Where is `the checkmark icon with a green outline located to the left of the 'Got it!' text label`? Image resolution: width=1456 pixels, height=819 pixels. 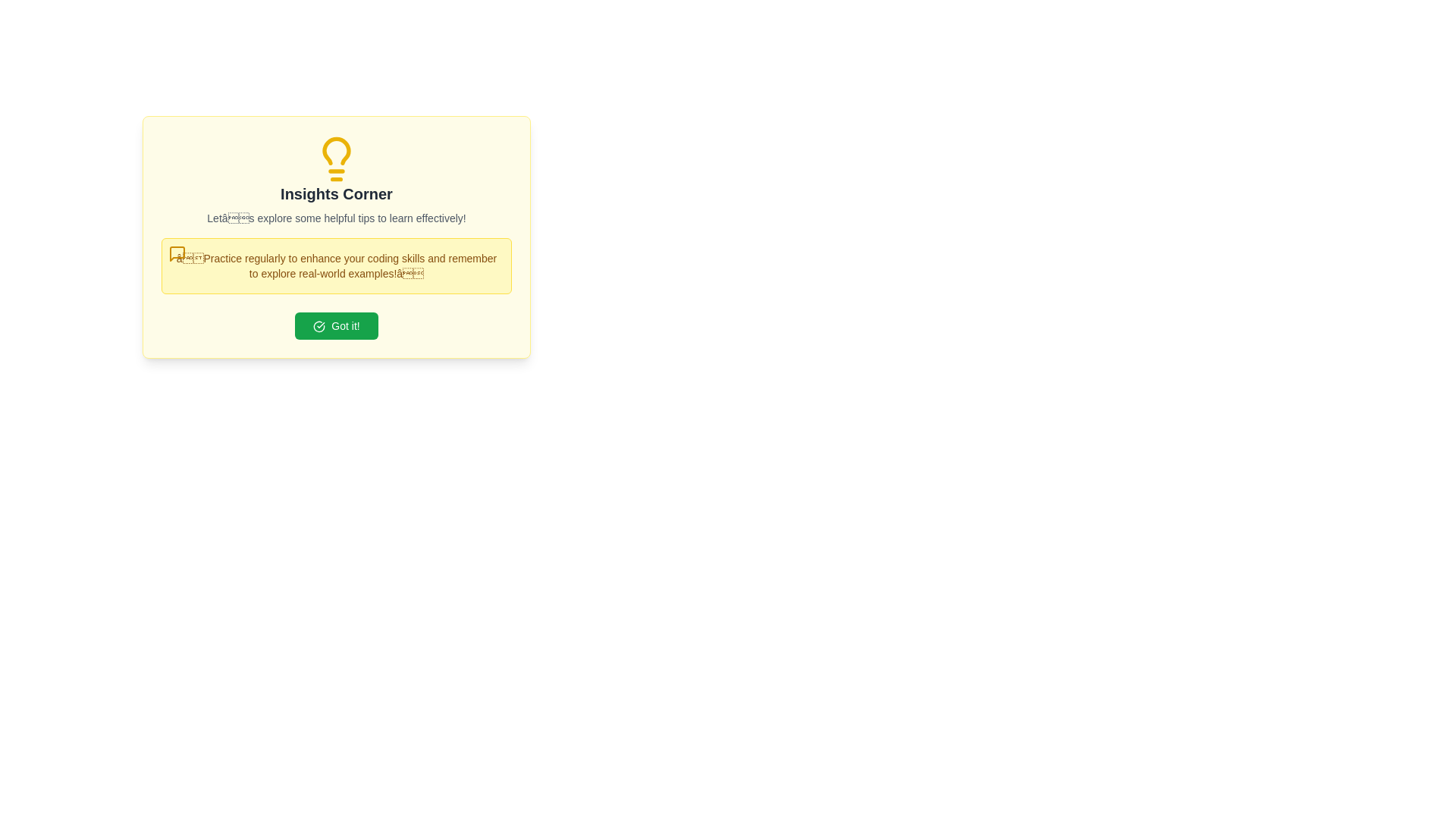 the checkmark icon with a green outline located to the left of the 'Got it!' text label is located at coordinates (318, 326).